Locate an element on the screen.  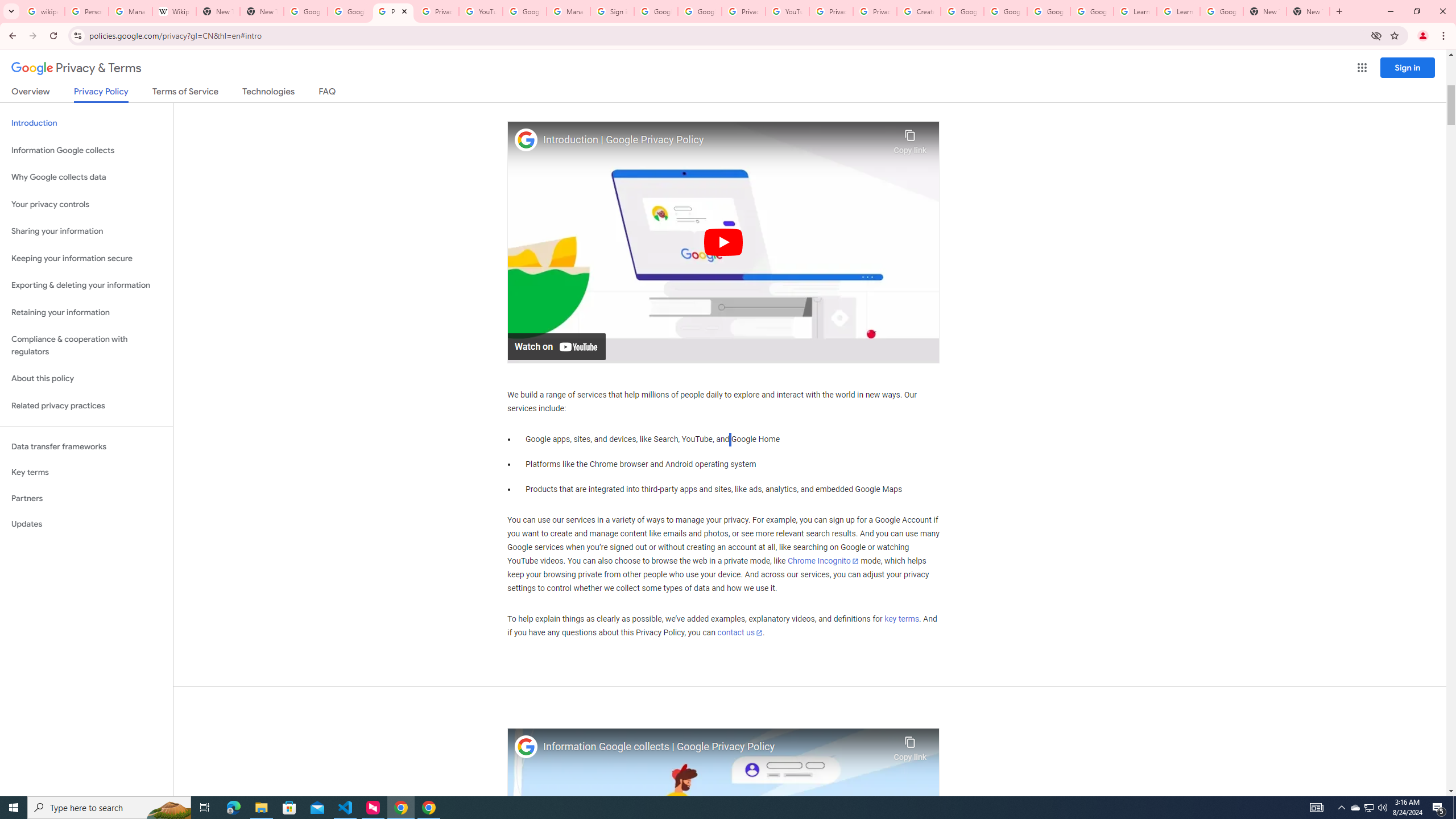
'Google Account Help' is located at coordinates (962, 11).